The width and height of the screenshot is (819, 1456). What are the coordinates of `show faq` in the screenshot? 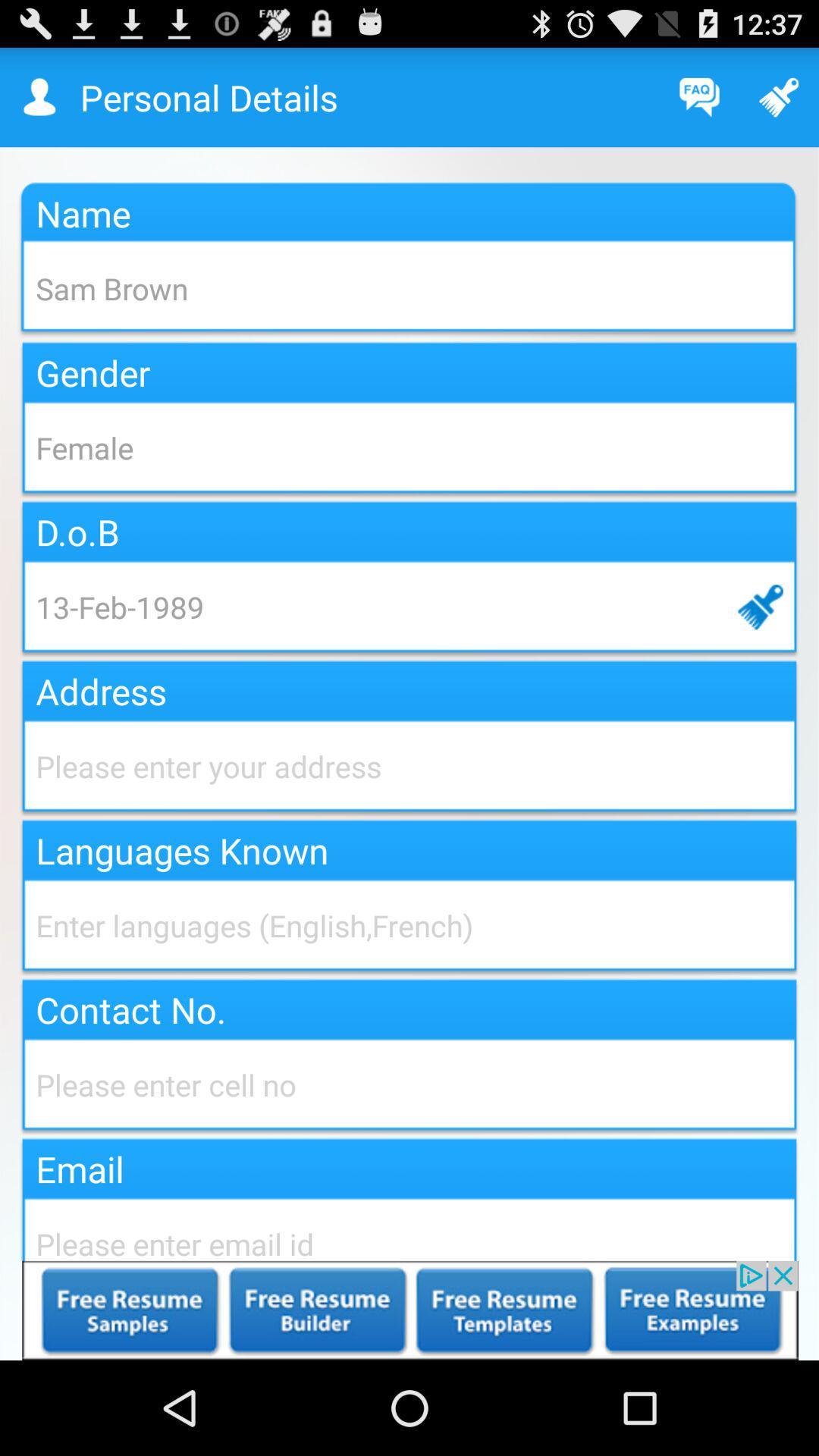 It's located at (699, 96).